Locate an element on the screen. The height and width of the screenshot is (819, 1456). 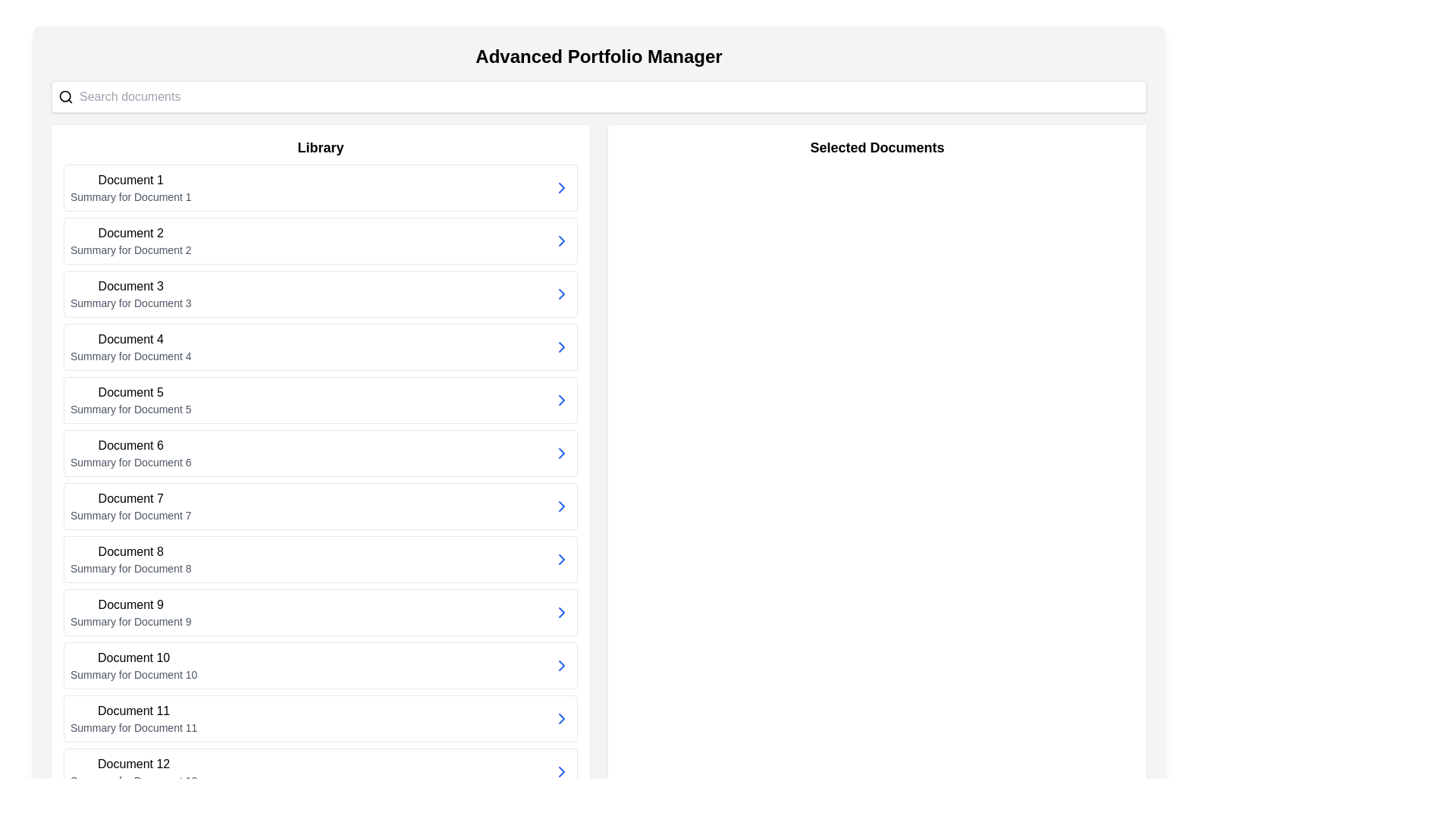
the Composite text item labeled 'Document 3' is located at coordinates (130, 294).